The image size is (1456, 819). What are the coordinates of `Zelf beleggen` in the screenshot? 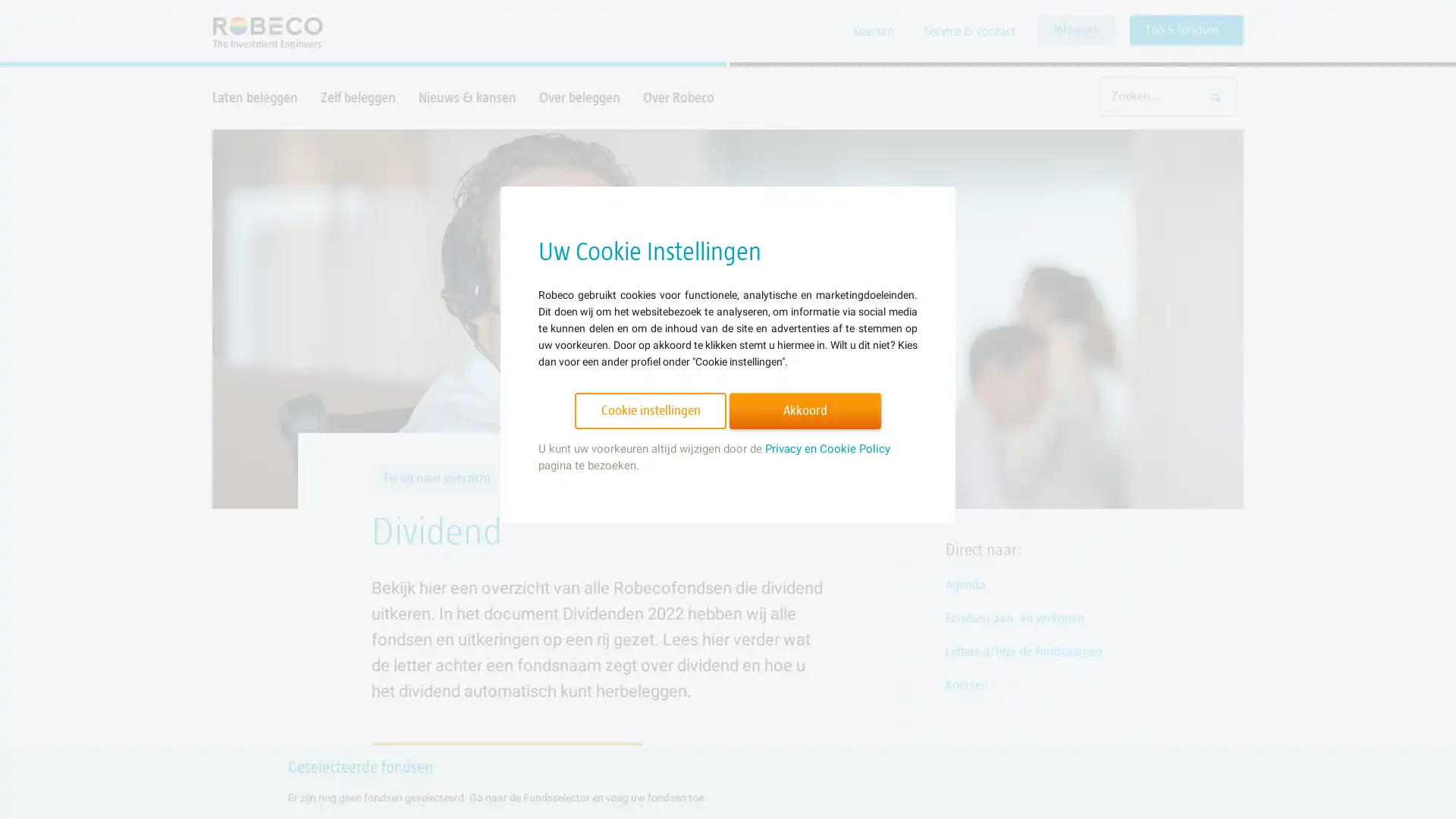 It's located at (357, 97).